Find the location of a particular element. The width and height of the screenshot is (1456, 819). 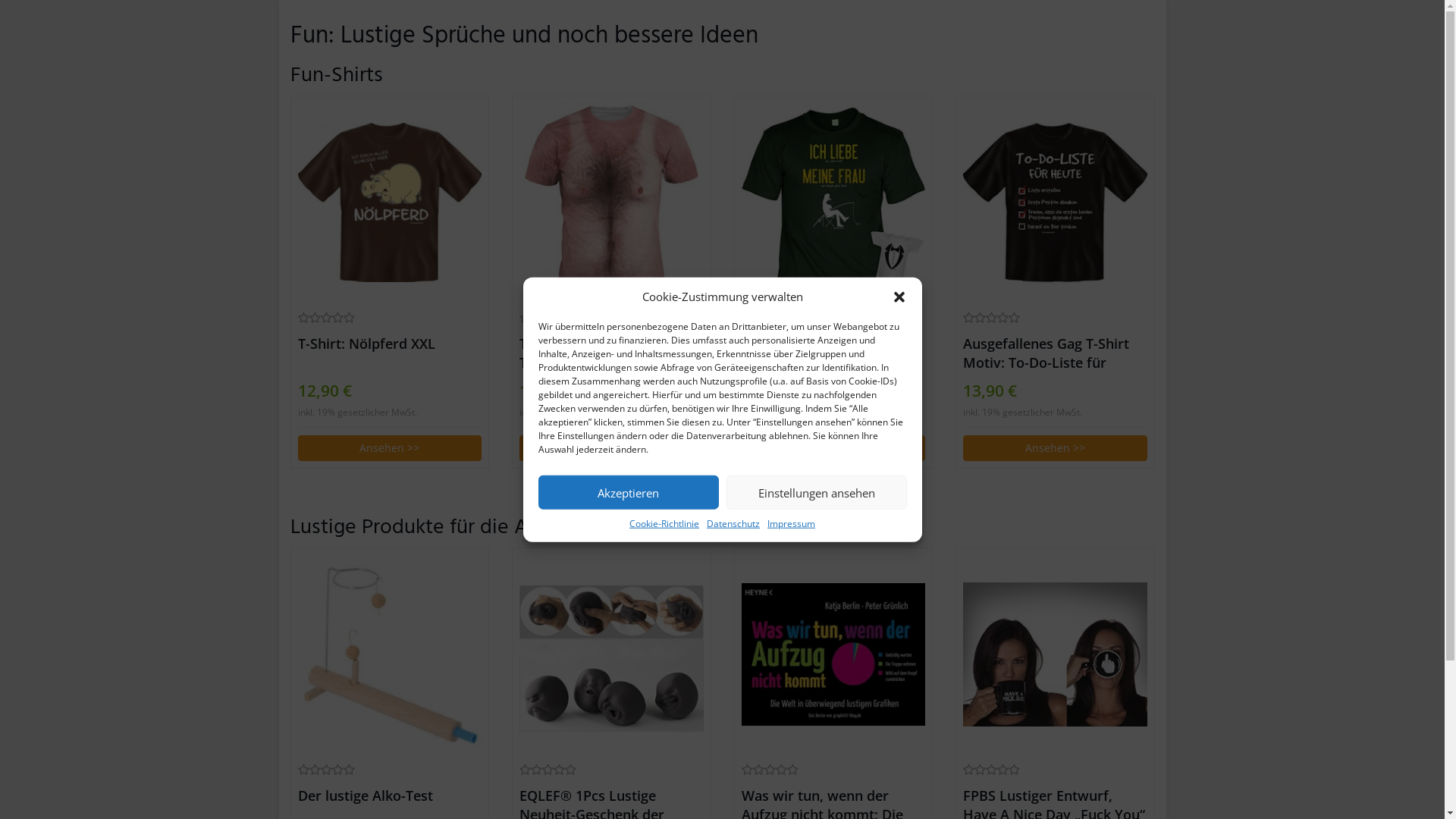

'Datenschutz' is located at coordinates (733, 522).